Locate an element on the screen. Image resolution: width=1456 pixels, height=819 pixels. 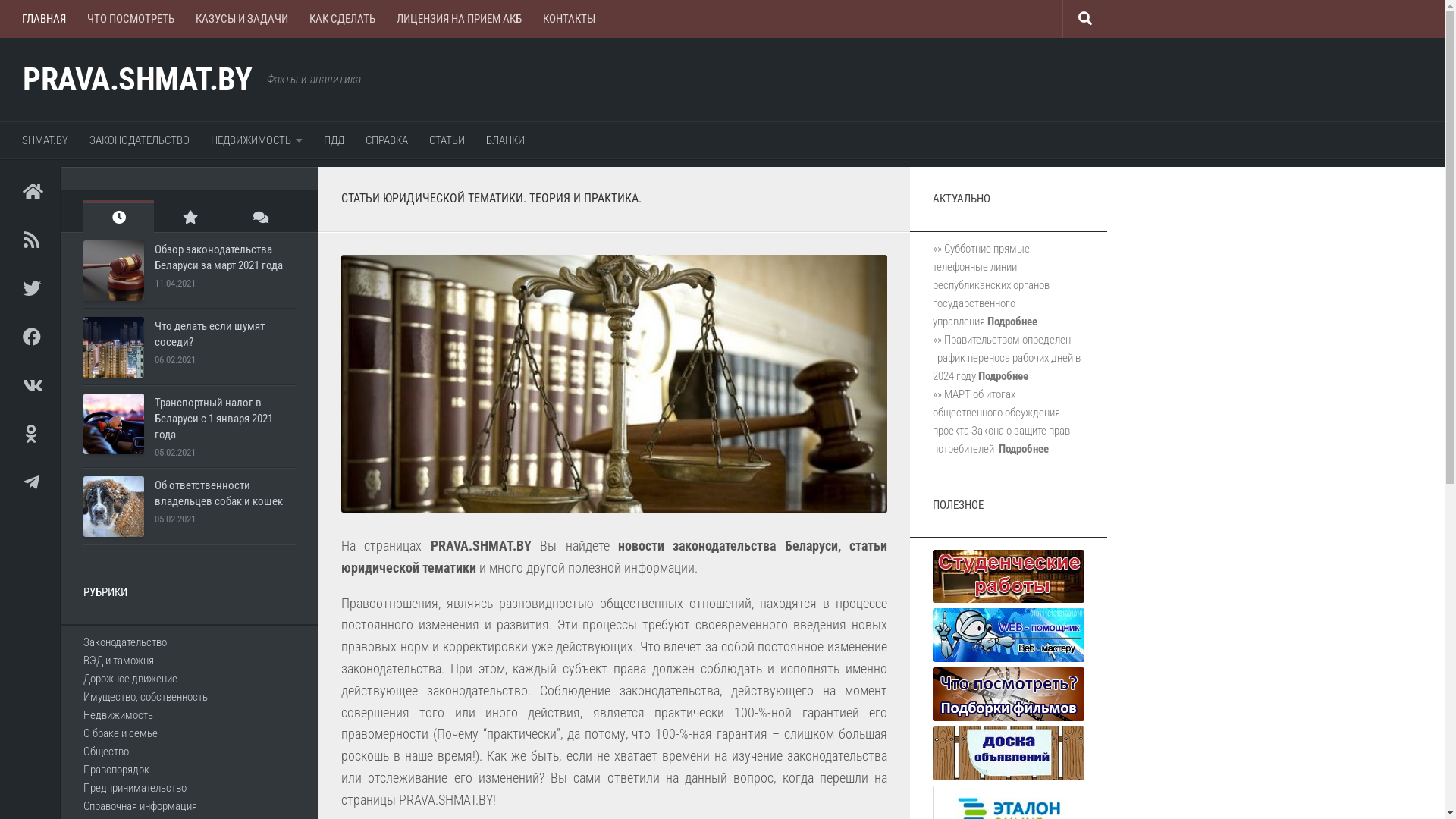
'PRAVA.SHMAT.BY' is located at coordinates (137, 79).